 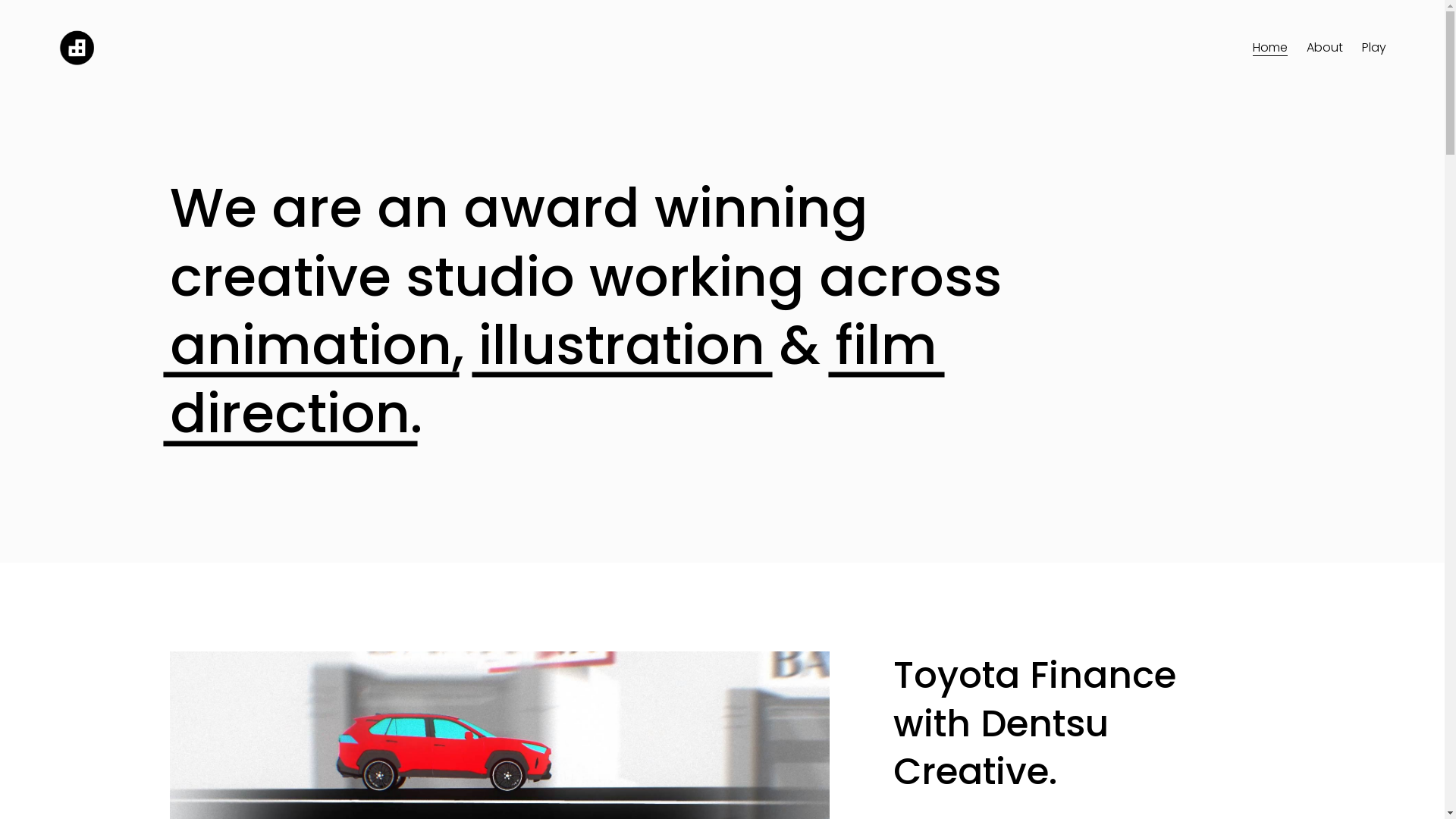 What do you see at coordinates (1361, 48) in the screenshot?
I see `'Play'` at bounding box center [1361, 48].